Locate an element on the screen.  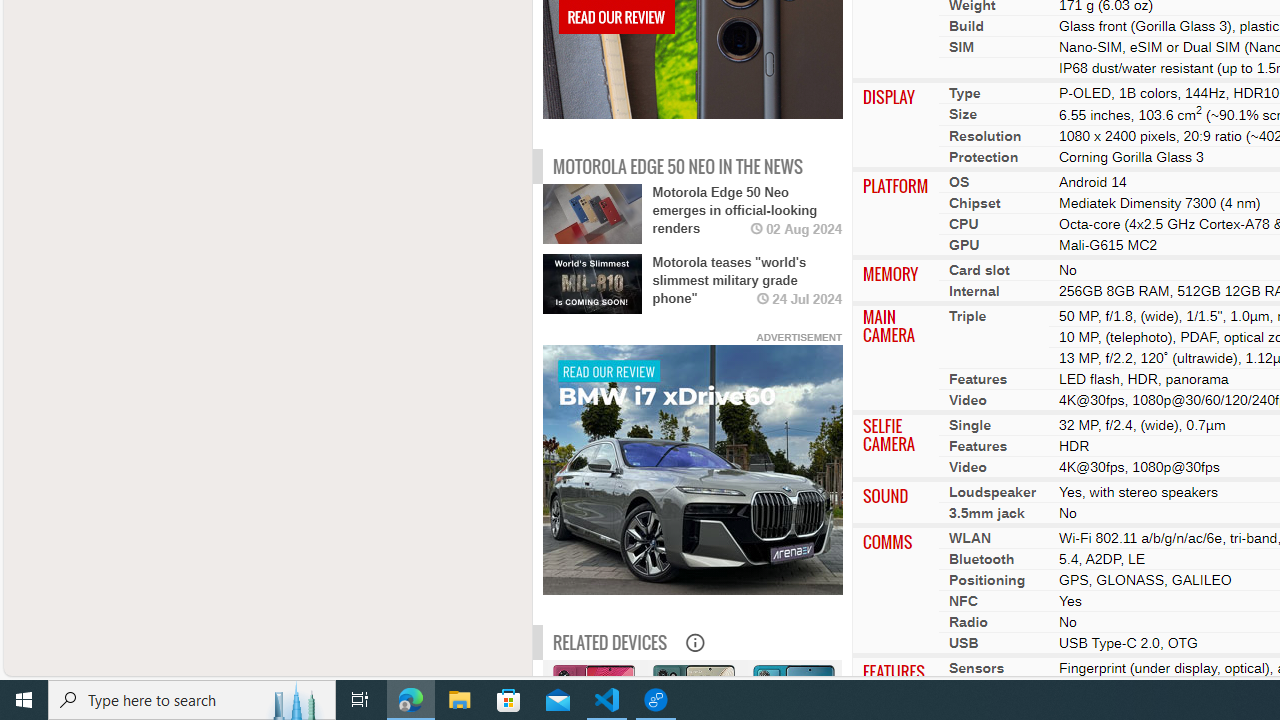
'Positioning' is located at coordinates (987, 579).